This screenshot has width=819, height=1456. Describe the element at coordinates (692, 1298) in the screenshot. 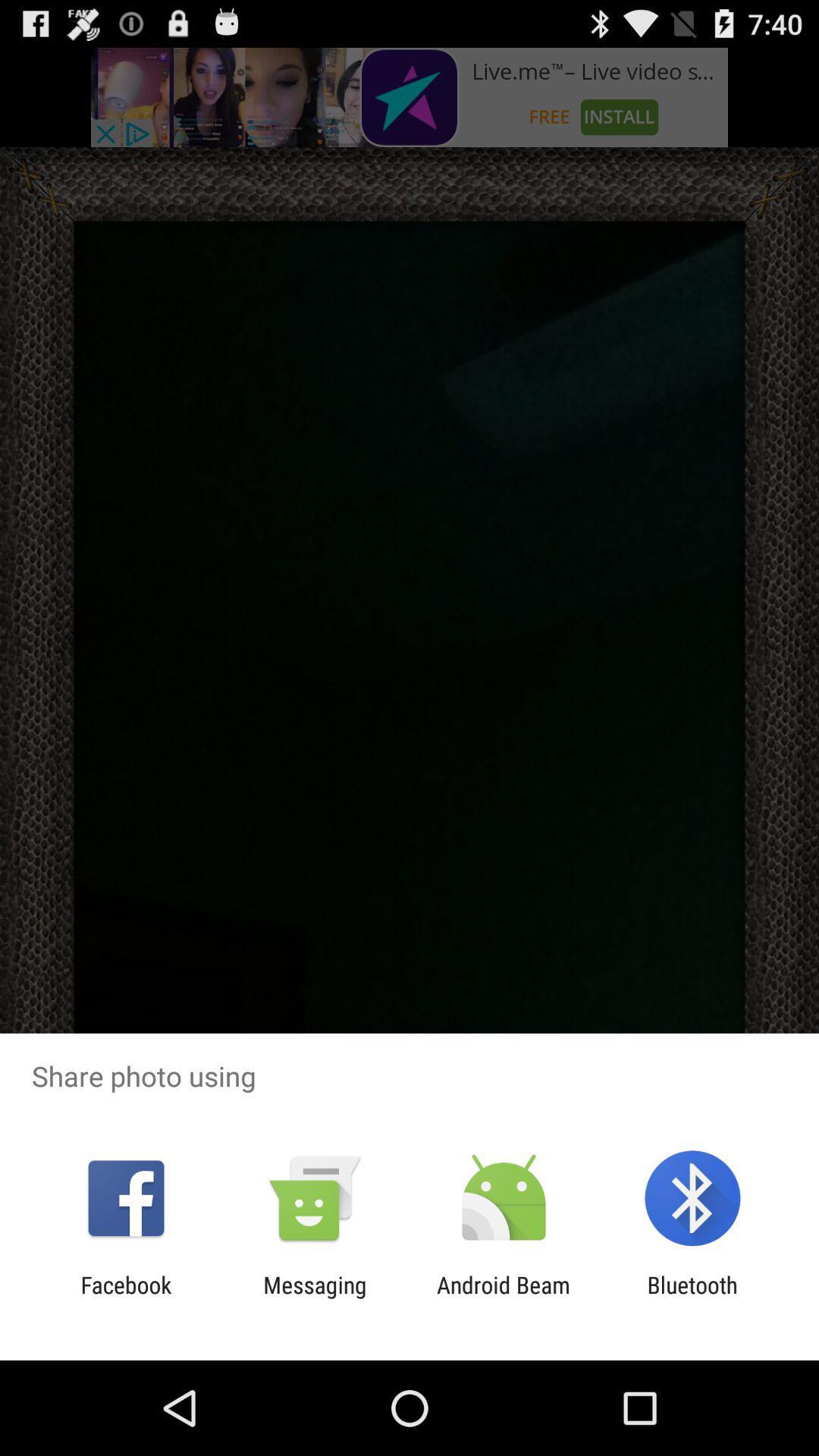

I see `the item to the right of the android beam icon` at that location.